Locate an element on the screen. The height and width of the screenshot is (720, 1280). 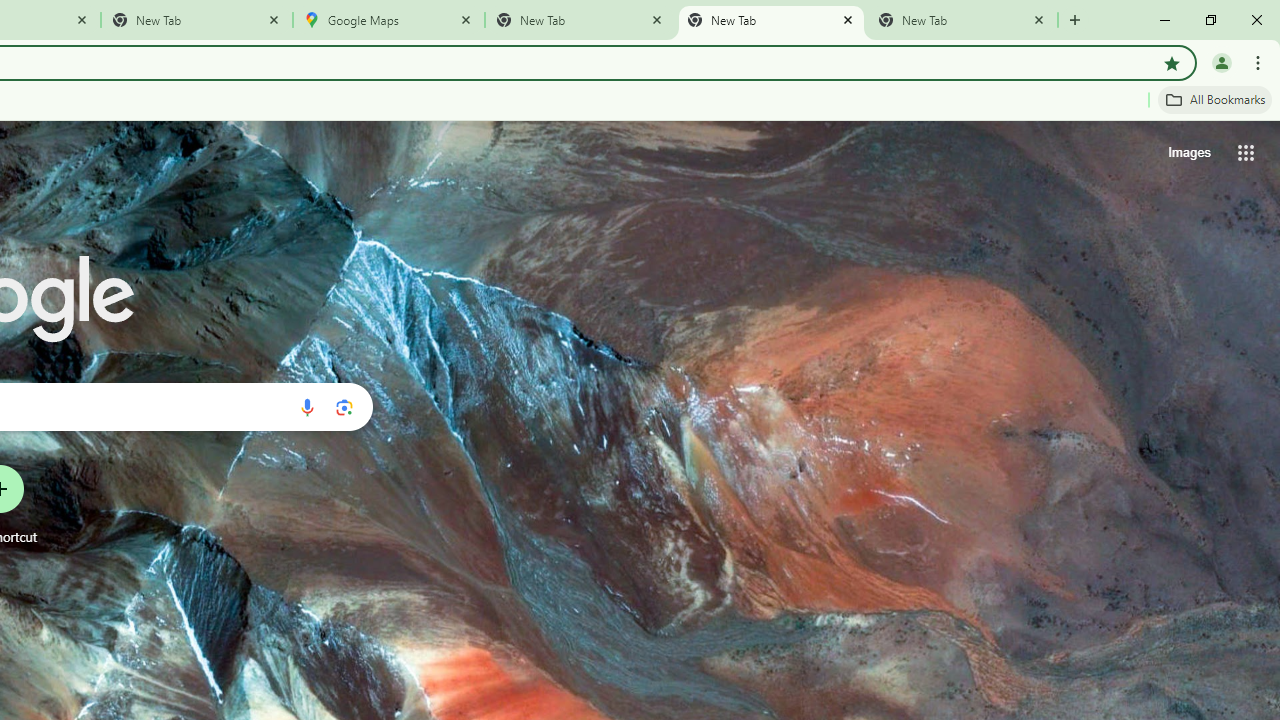
'New Tab' is located at coordinates (962, 20).